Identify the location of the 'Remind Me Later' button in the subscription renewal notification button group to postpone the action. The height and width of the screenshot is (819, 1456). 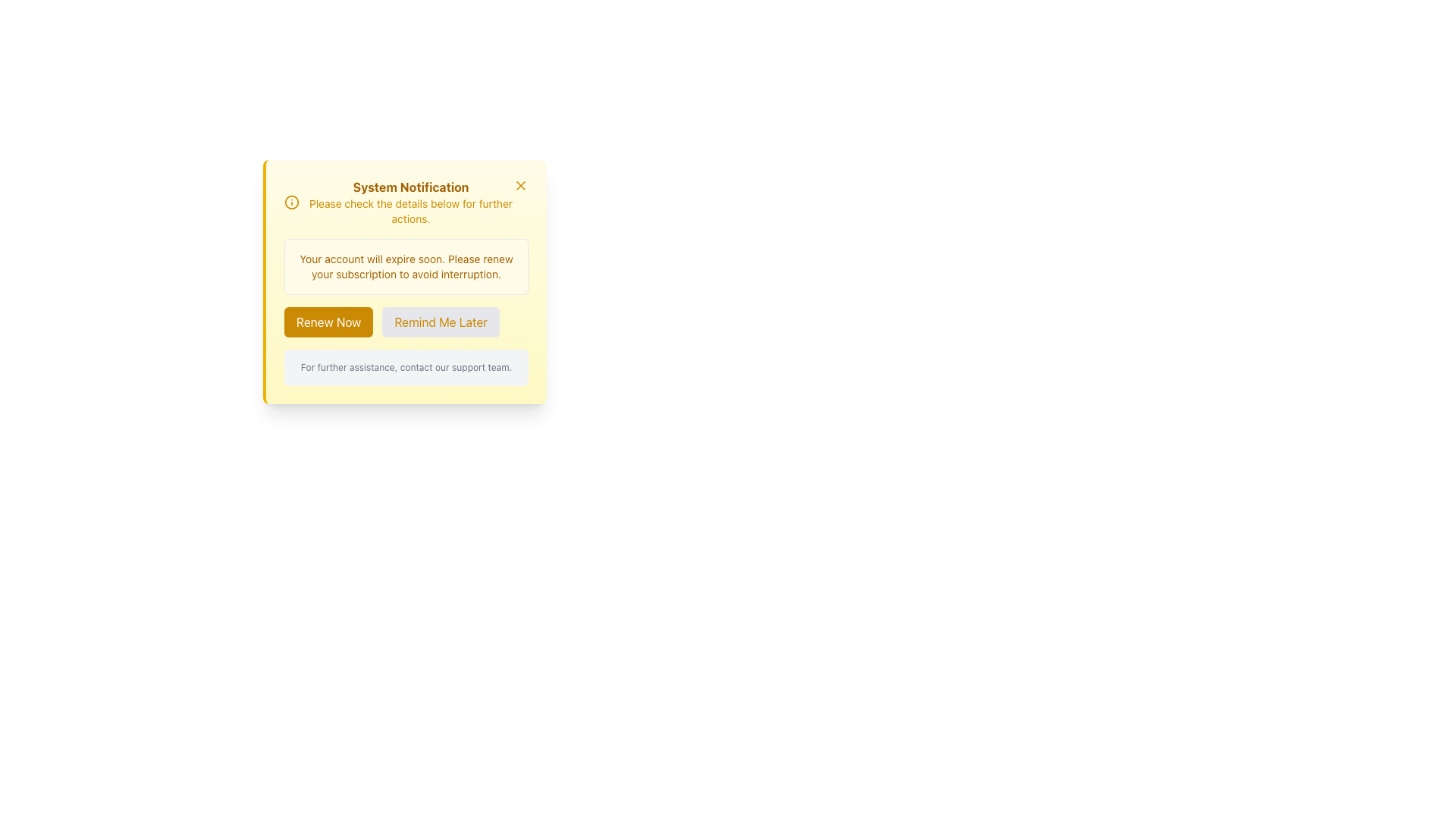
(406, 321).